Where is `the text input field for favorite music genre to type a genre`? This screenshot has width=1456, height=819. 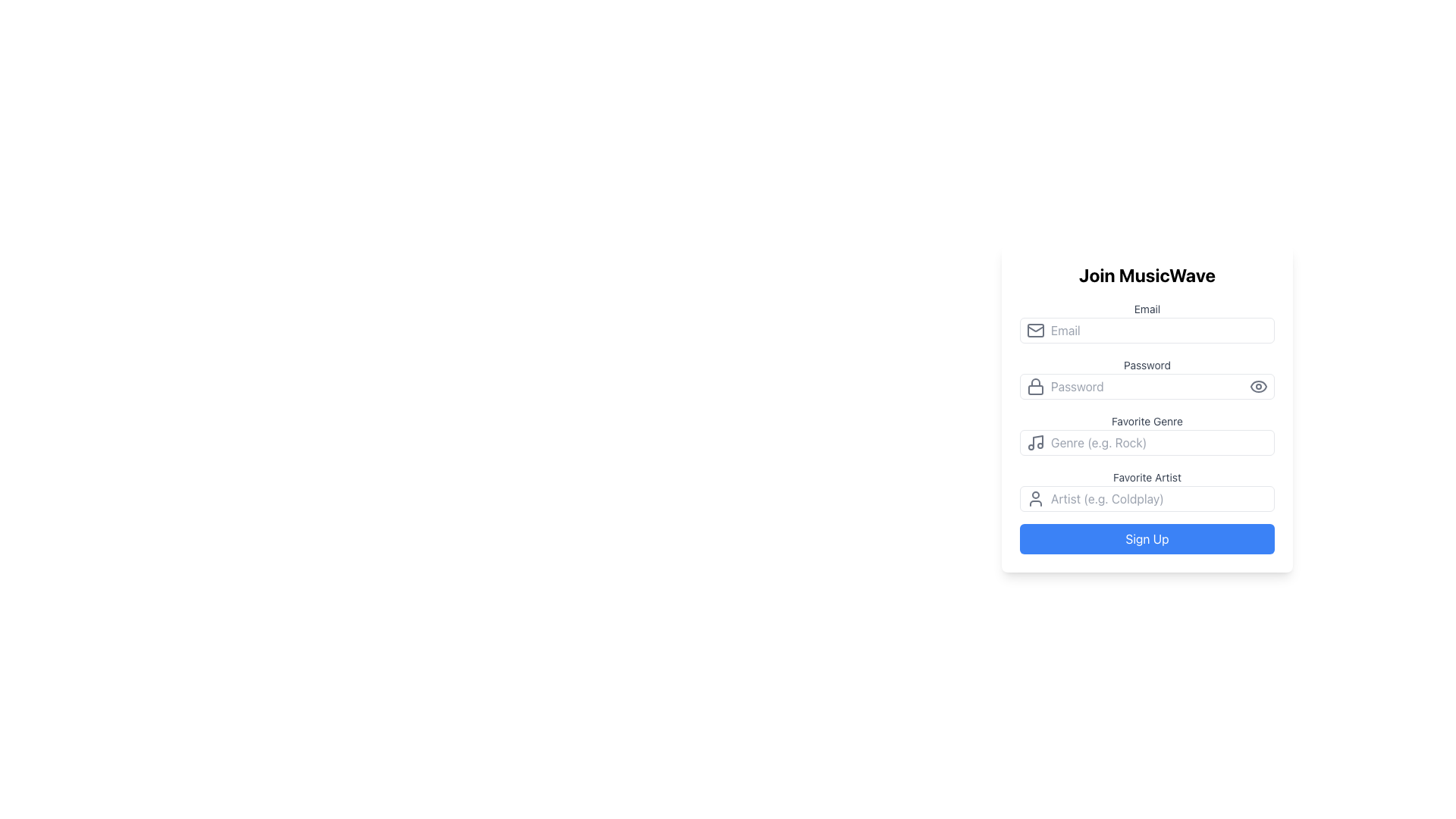 the text input field for favorite music genre to type a genre is located at coordinates (1147, 433).